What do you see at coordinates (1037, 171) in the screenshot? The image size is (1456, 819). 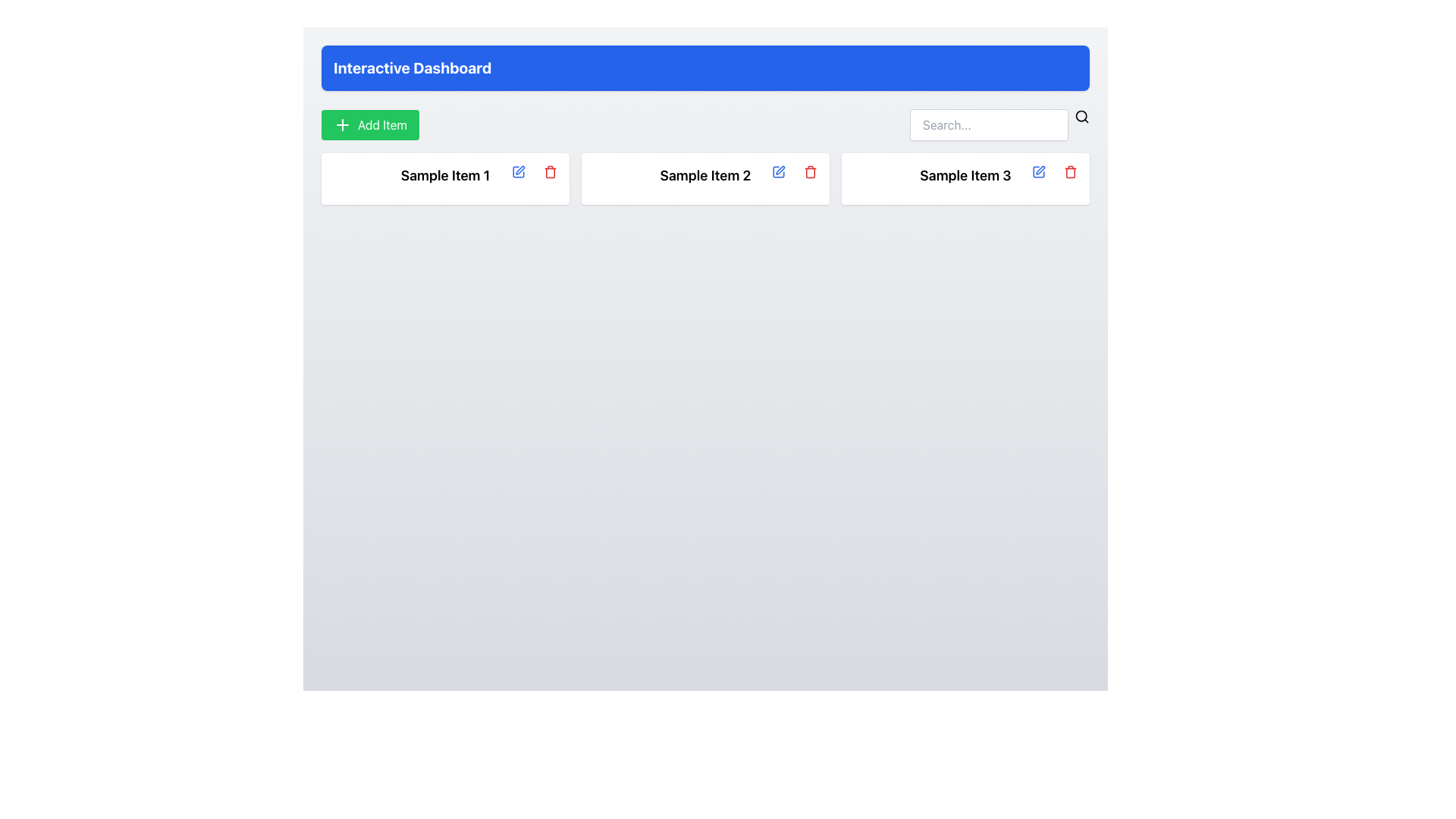 I see `the edit icon button for 'Sample Item 3'` at bounding box center [1037, 171].